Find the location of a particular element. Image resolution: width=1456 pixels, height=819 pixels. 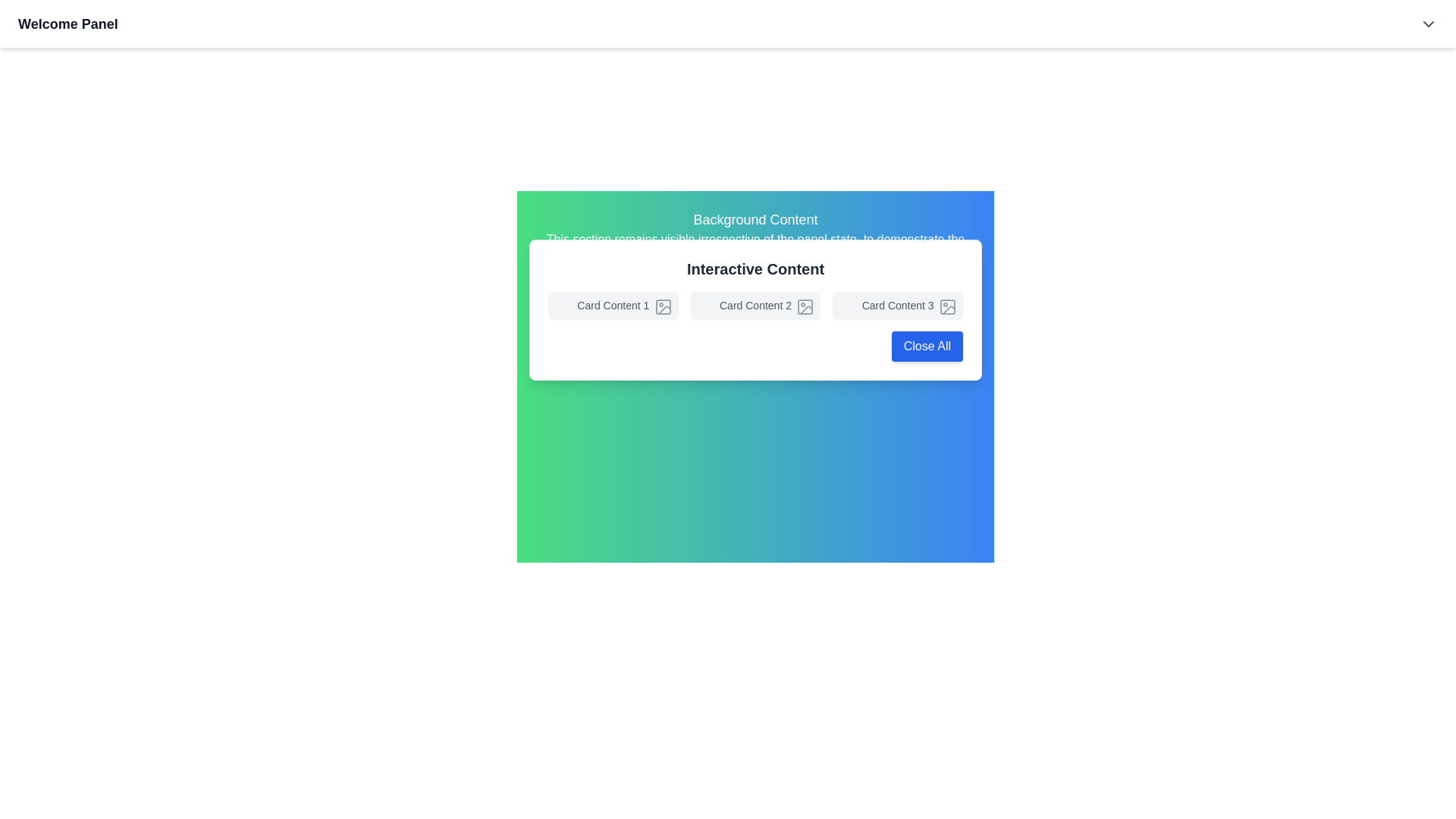

the card component in the grid layout that is horizontally centered beneath the text 'Interactive Content' and above the 'Close All' button is located at coordinates (755, 305).